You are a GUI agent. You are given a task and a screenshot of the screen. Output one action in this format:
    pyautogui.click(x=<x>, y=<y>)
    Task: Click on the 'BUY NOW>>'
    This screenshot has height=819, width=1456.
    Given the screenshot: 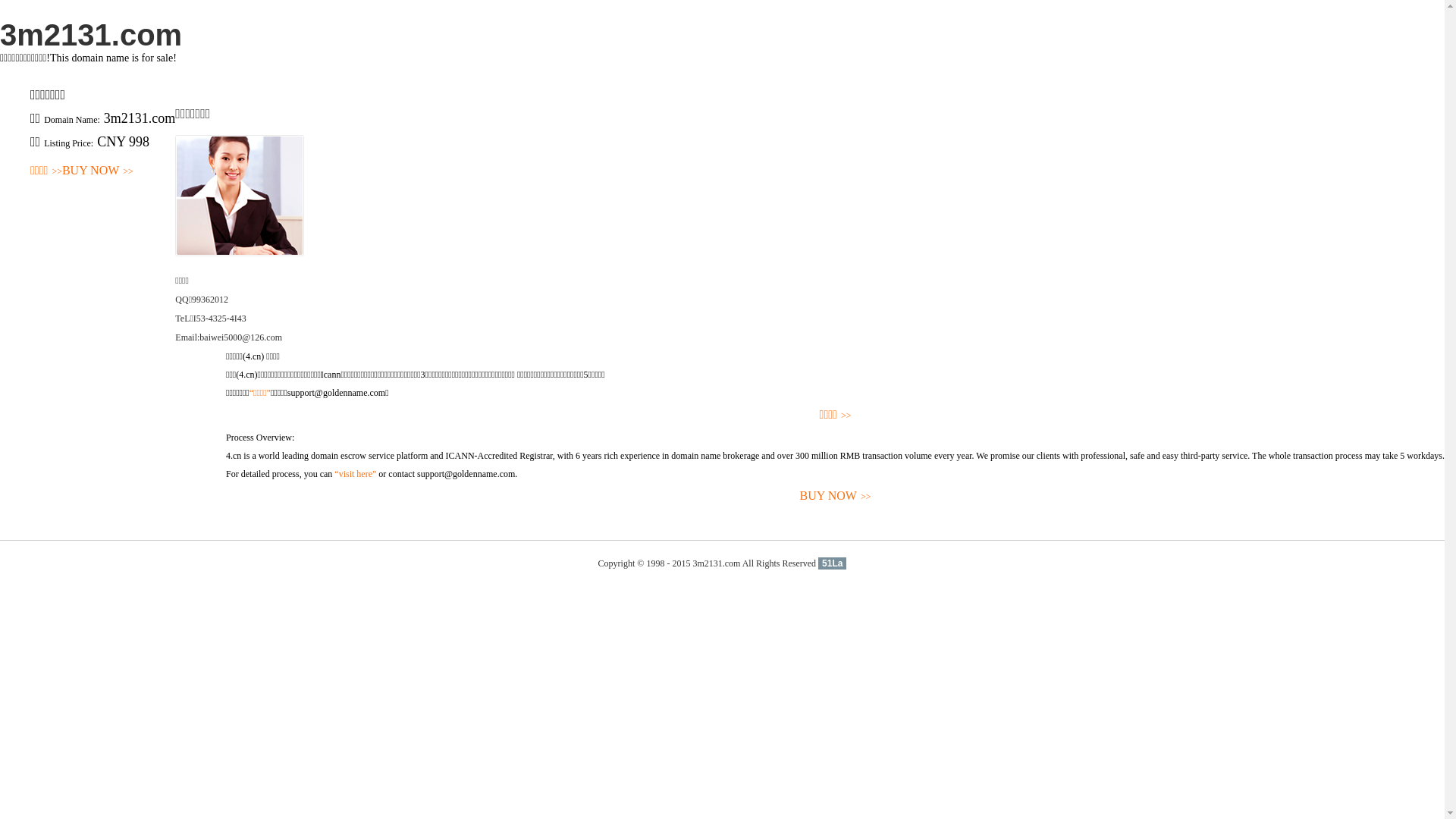 What is the action you would take?
    pyautogui.click(x=97, y=171)
    